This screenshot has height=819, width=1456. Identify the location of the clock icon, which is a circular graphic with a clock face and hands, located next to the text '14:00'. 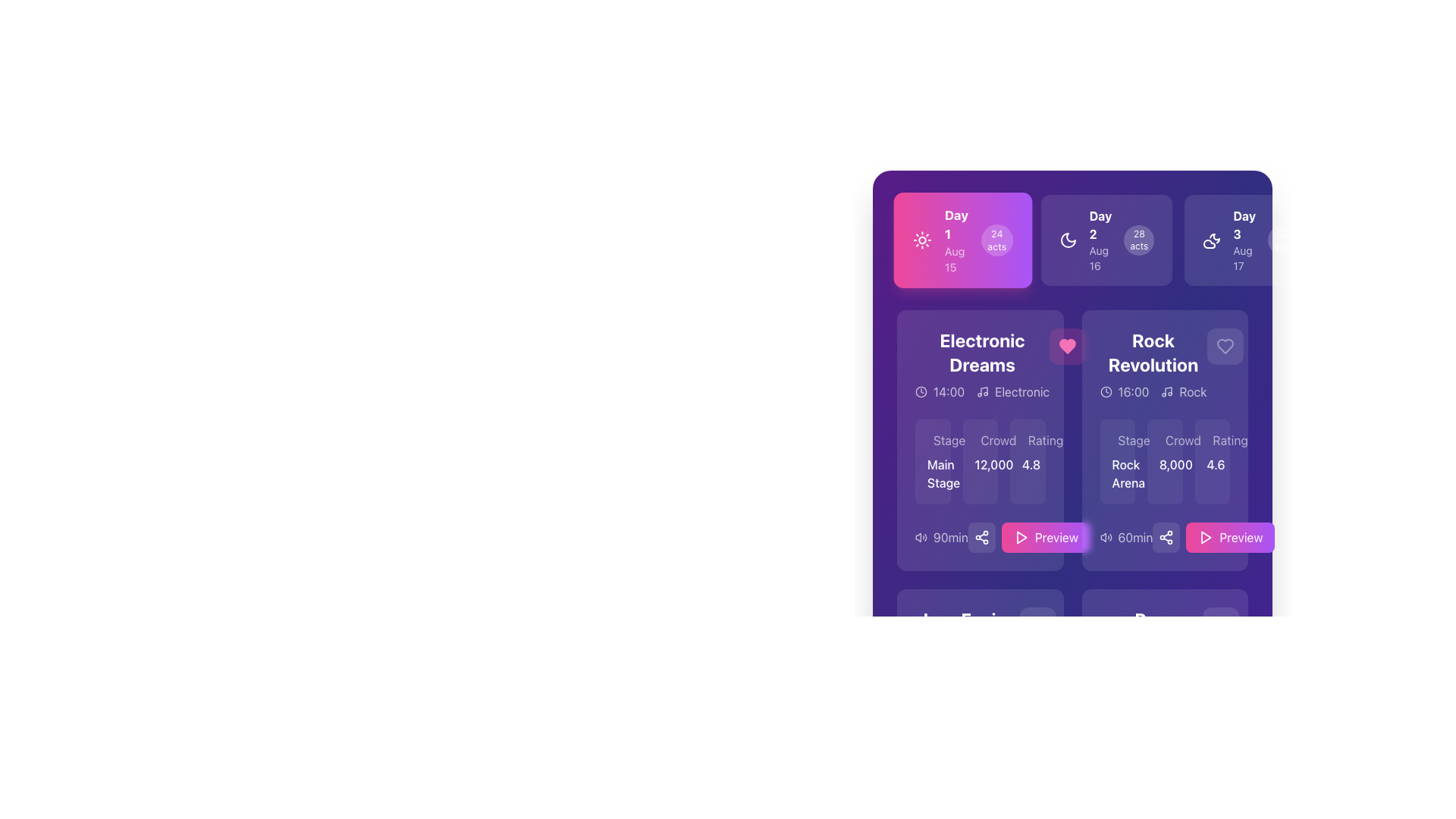
(920, 391).